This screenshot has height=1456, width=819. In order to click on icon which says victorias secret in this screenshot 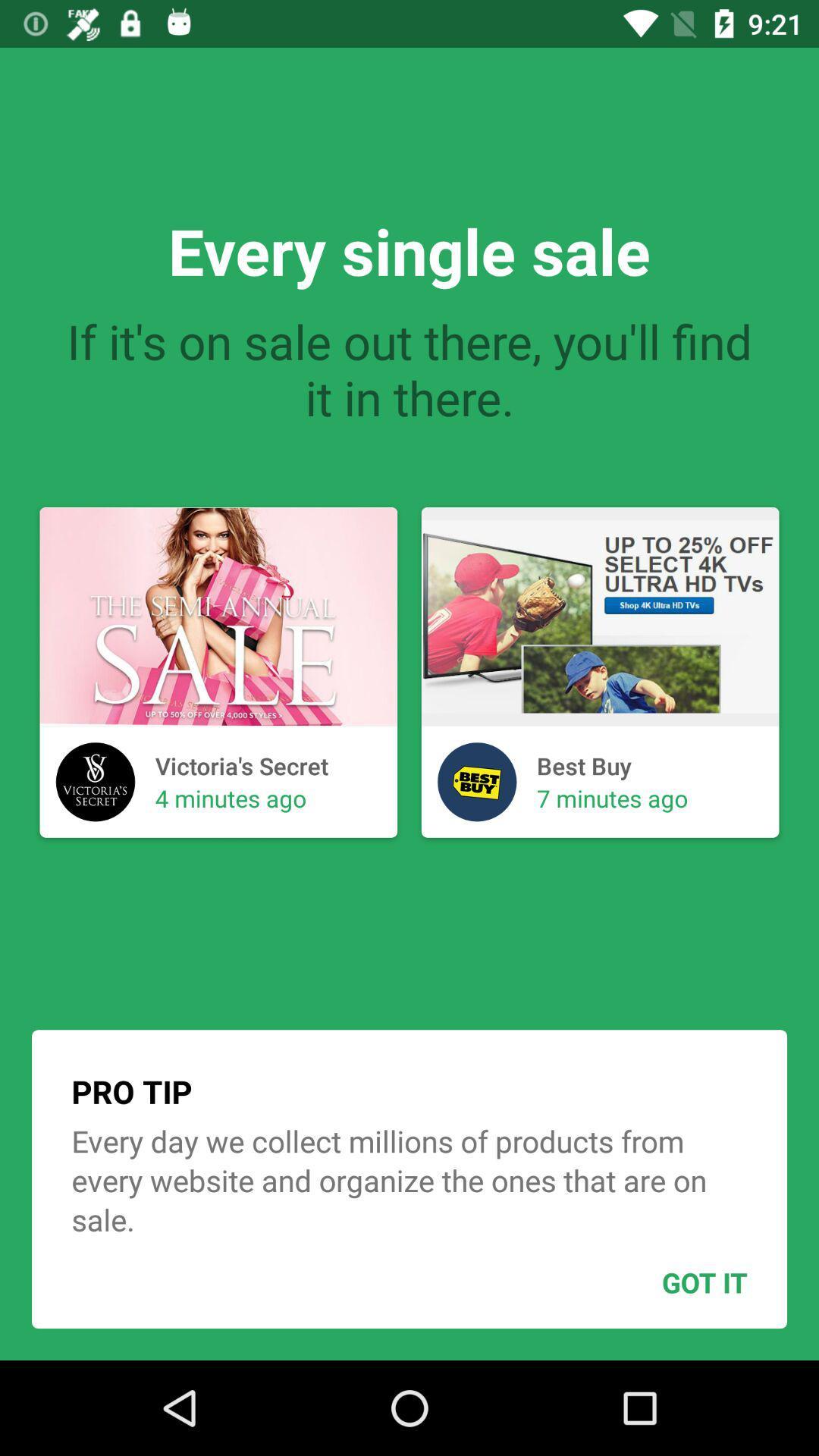, I will do `click(96, 782)`.